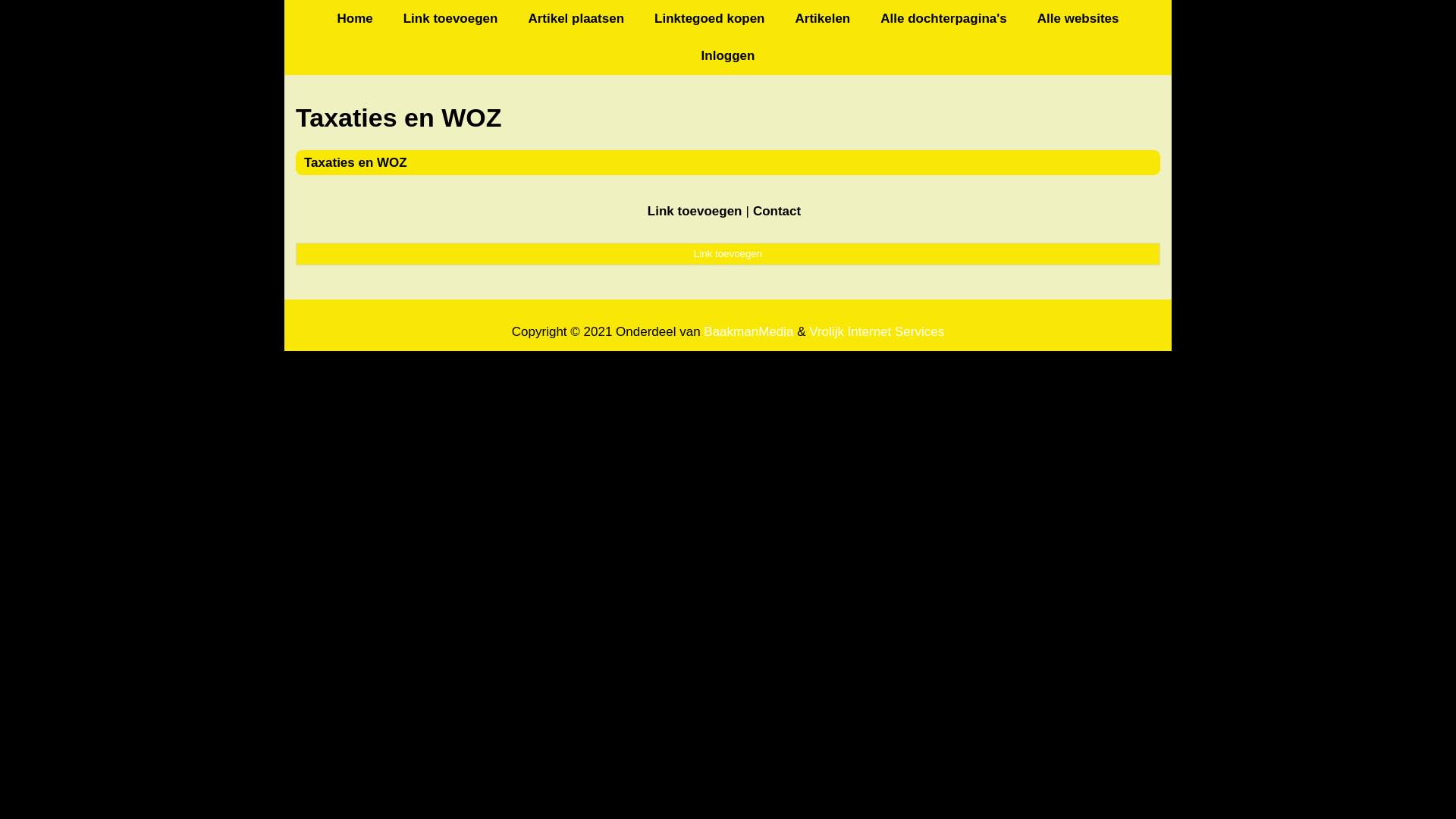 Image resolution: width=1456 pixels, height=819 pixels. I want to click on 'Artikel plaatsen', so click(575, 18).